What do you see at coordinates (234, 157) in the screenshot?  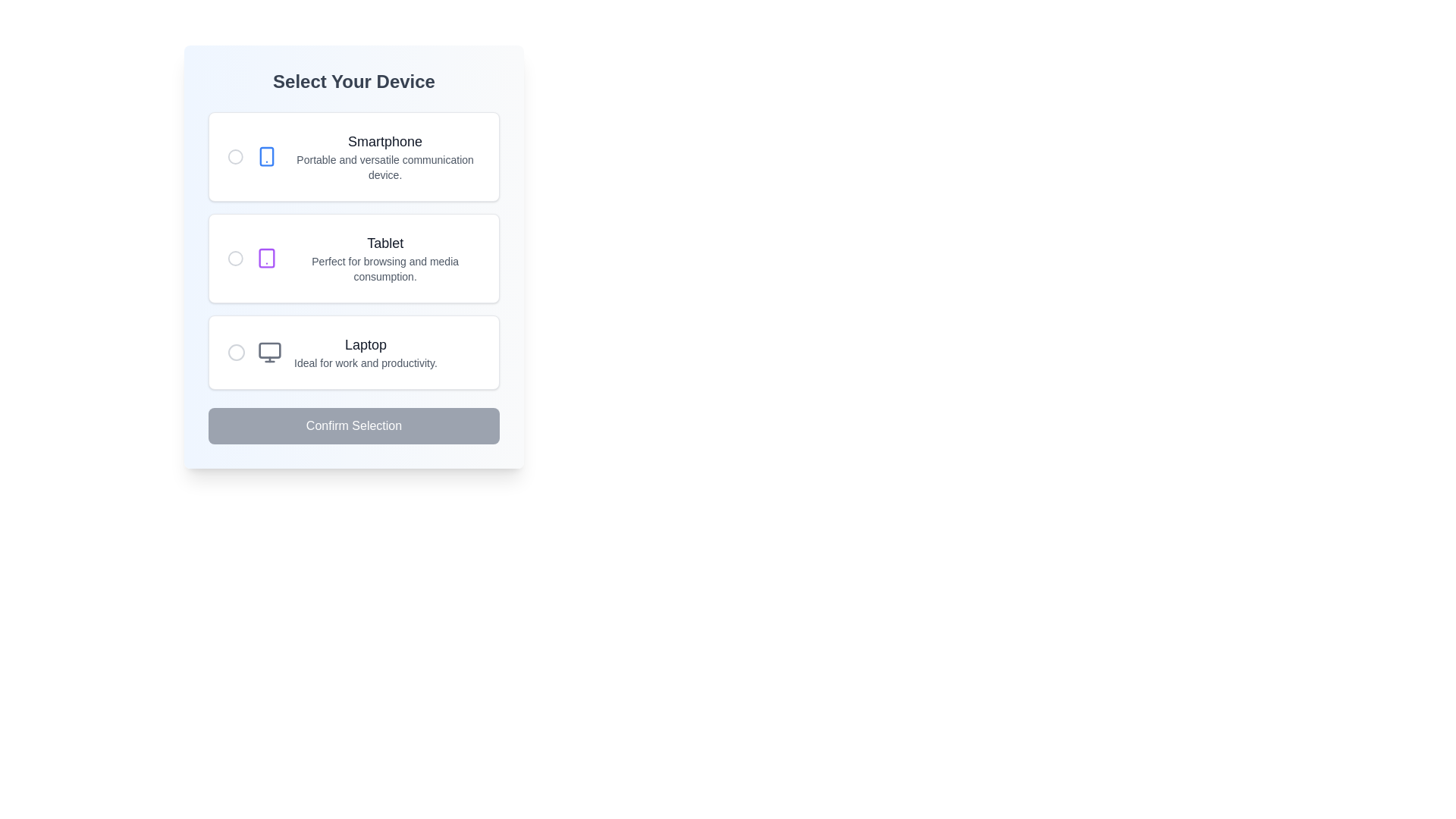 I see `the circular selection indicator for the 'Smartphone' option` at bounding box center [234, 157].